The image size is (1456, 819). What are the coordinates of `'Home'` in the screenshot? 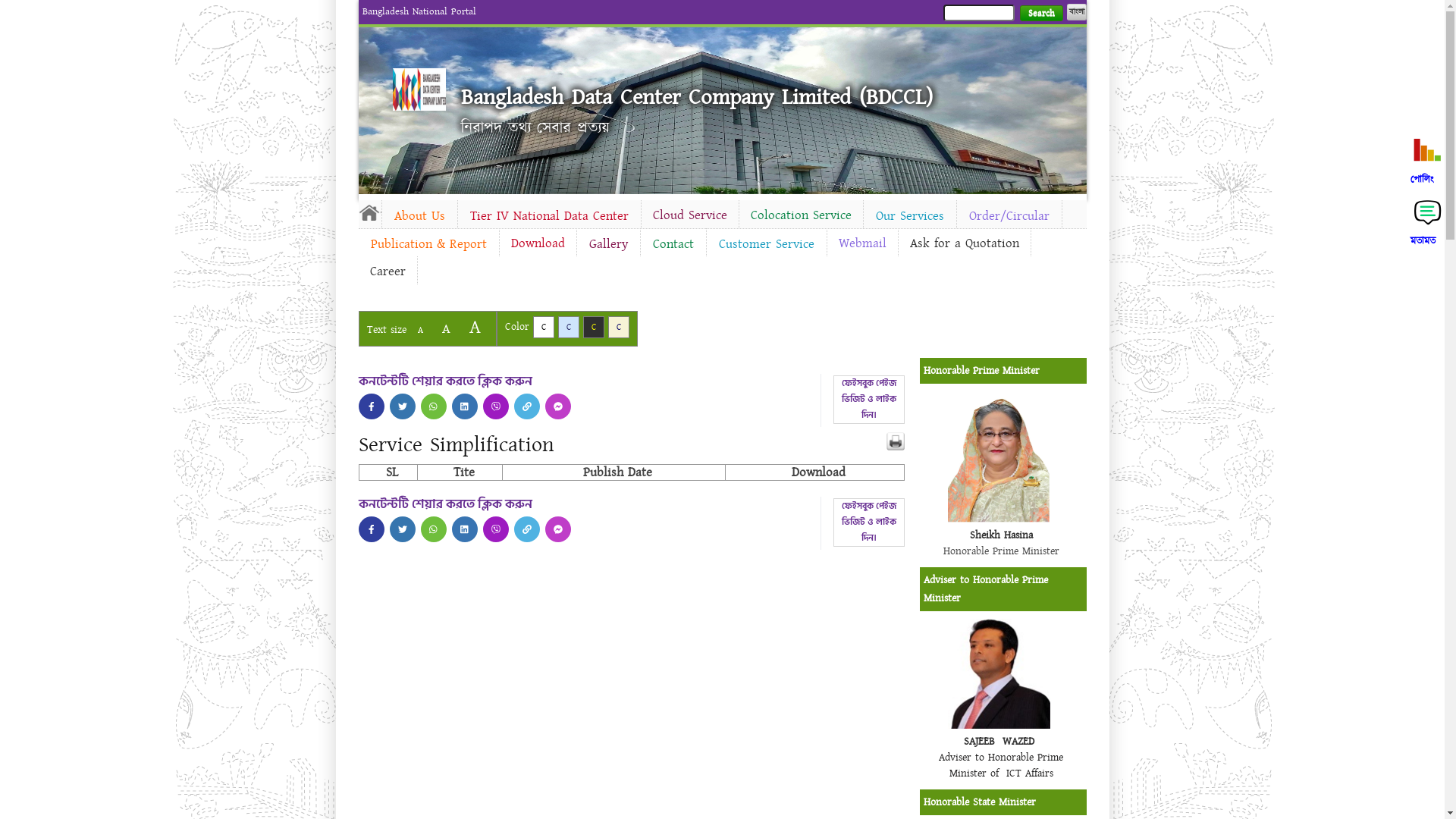 It's located at (369, 212).